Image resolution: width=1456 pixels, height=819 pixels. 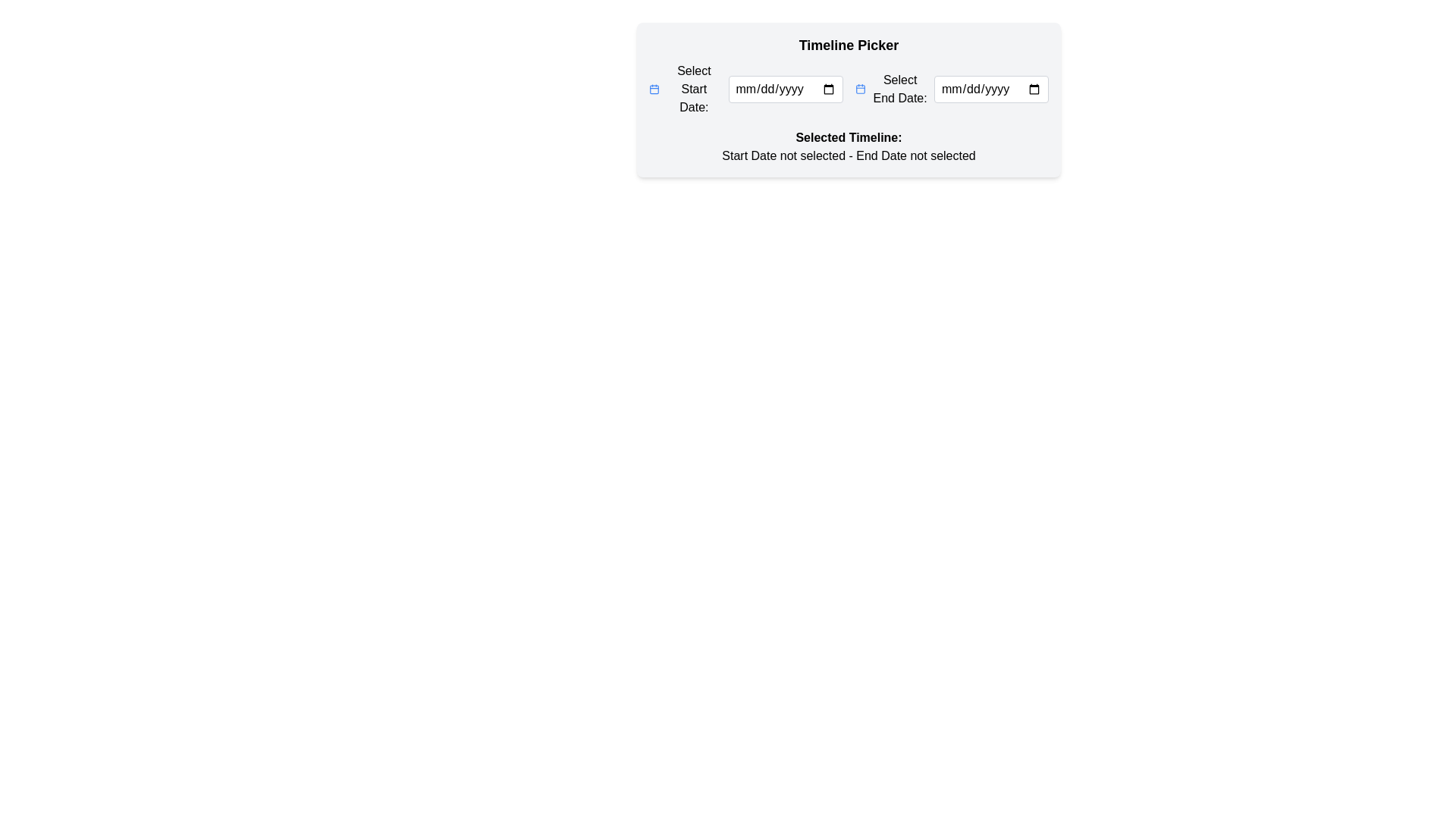 What do you see at coordinates (654, 89) in the screenshot?
I see `the calendar icon component to provide interactive feedback for the 'Start Date' input field in the timeline picker` at bounding box center [654, 89].